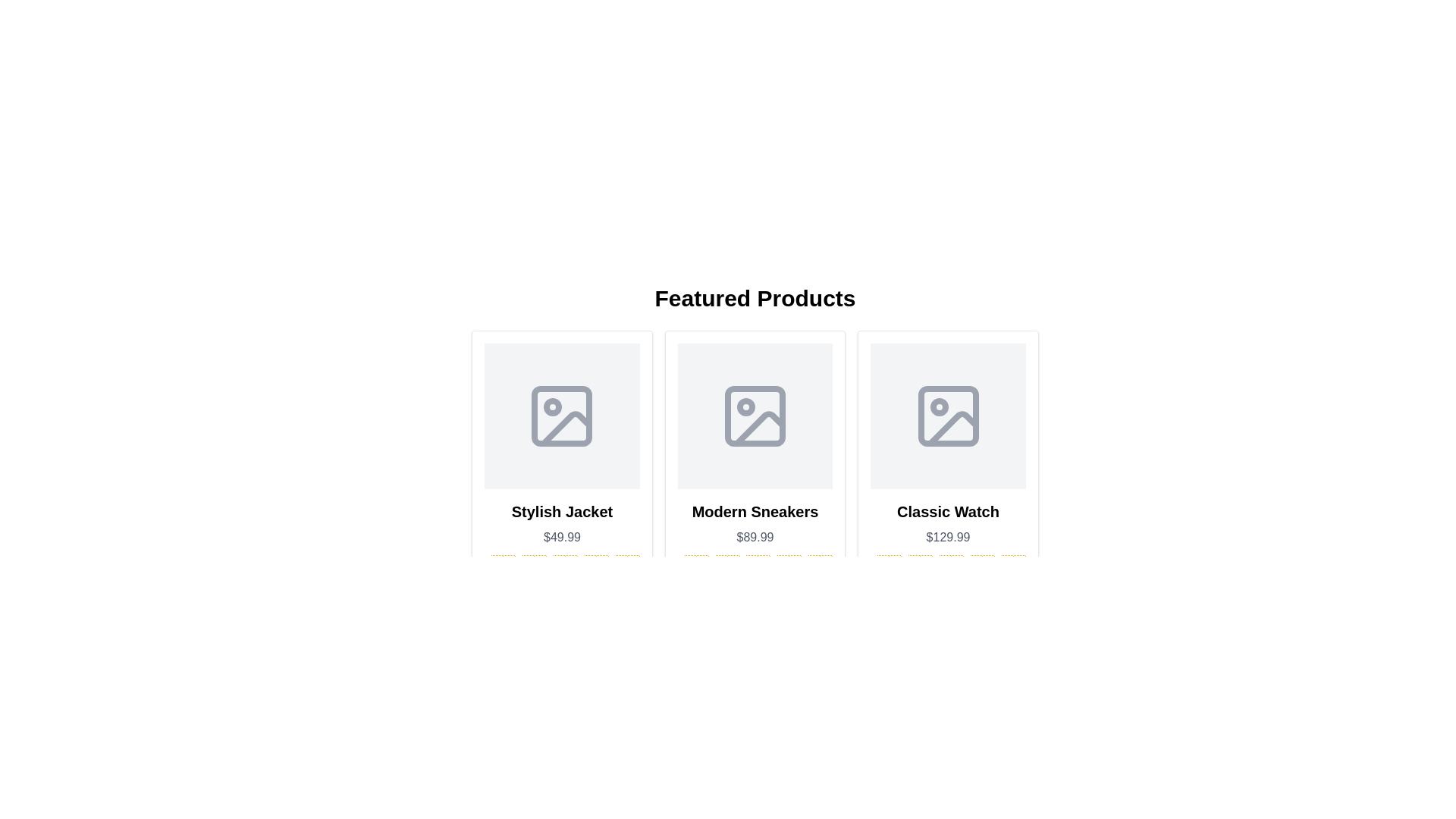 The height and width of the screenshot is (819, 1456). I want to click on the gray slanted line forming part of the image placeholder icon in the first product display card under 'Stylish Jacket', so click(566, 428).